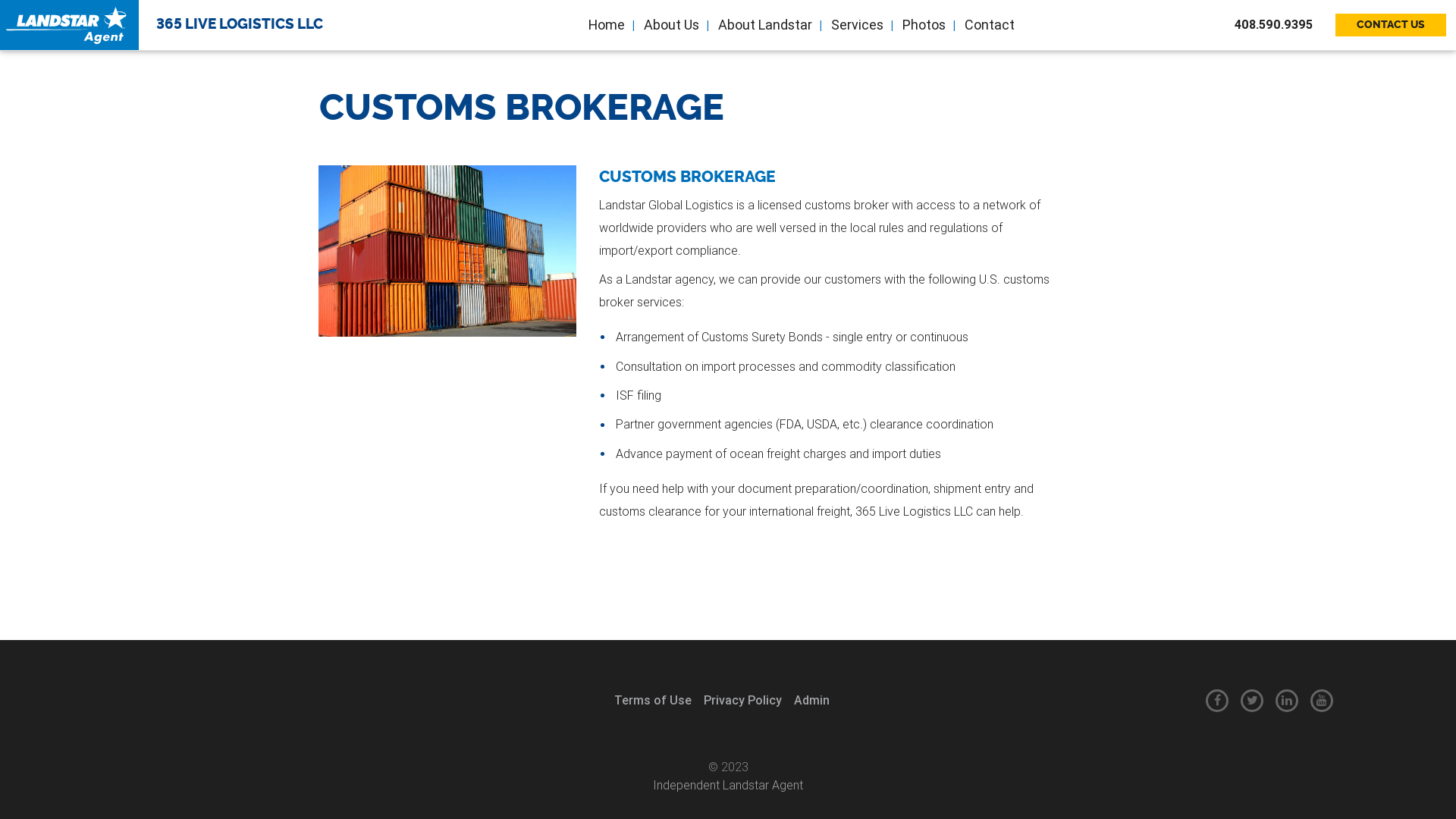 Image resolution: width=1456 pixels, height=819 pixels. I want to click on 'About Landstar', so click(764, 24).